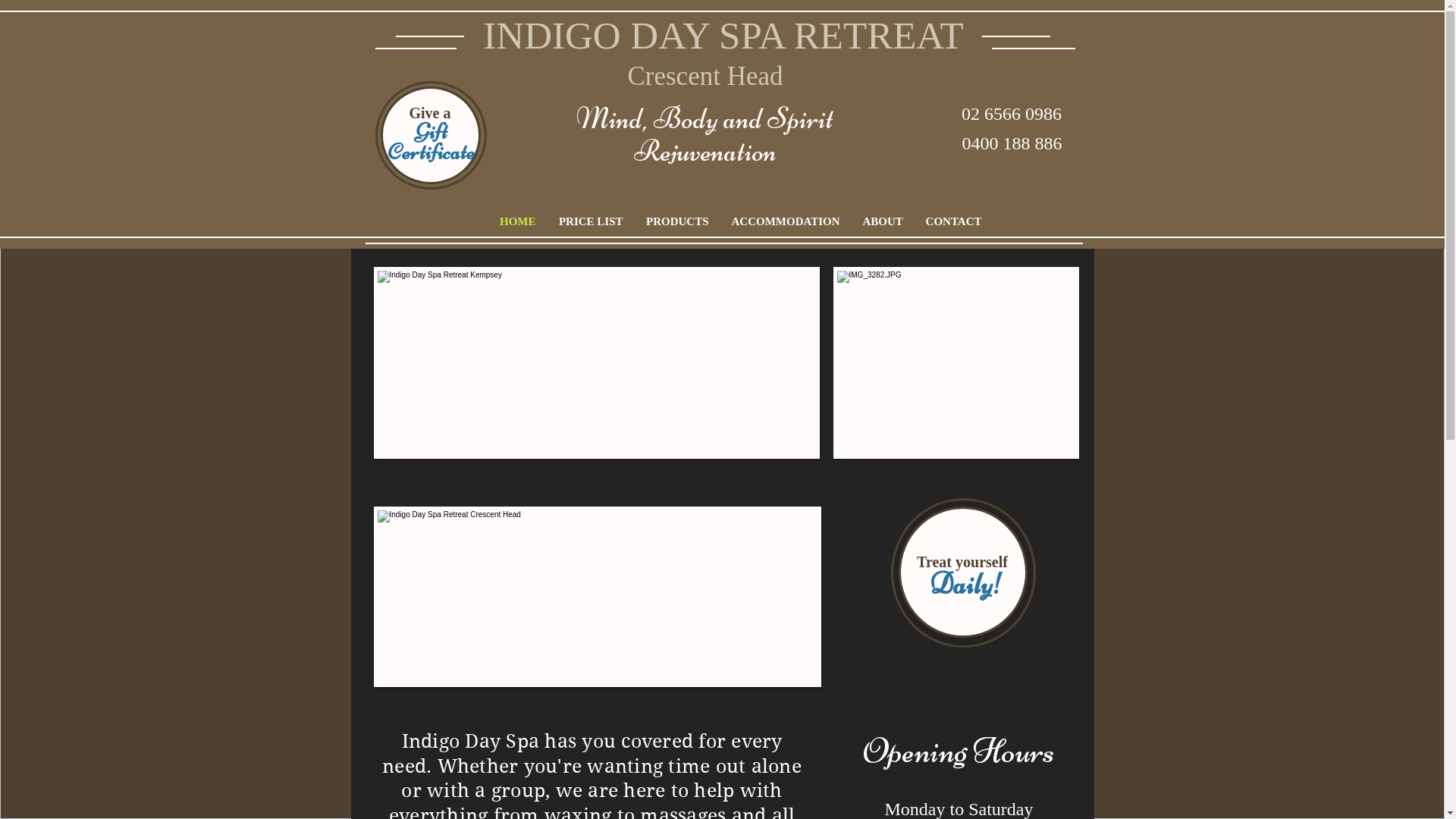 This screenshot has height=819, width=1456. What do you see at coordinates (430, 141) in the screenshot?
I see `'Gift Certificate'` at bounding box center [430, 141].